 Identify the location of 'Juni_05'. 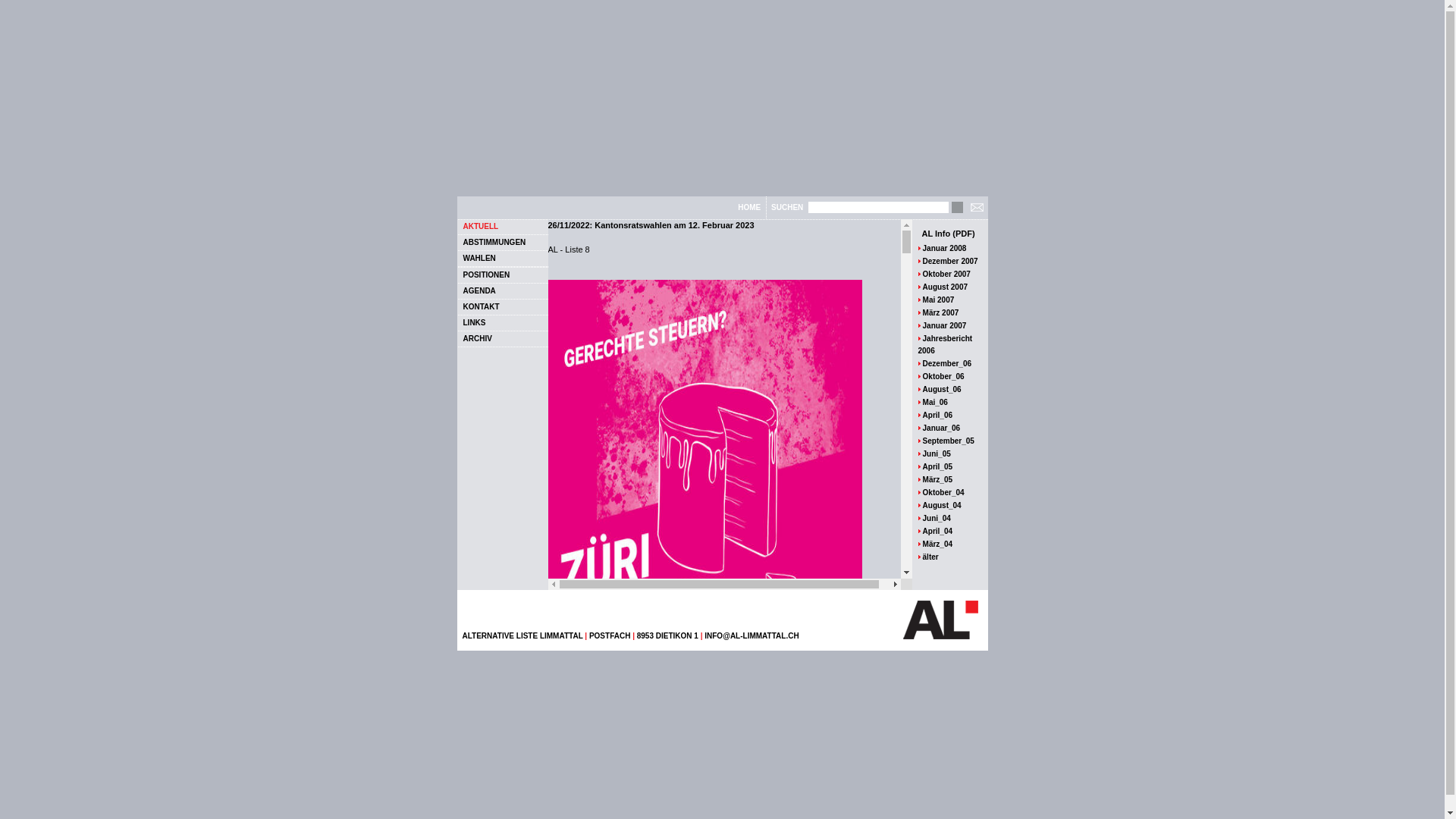
(936, 452).